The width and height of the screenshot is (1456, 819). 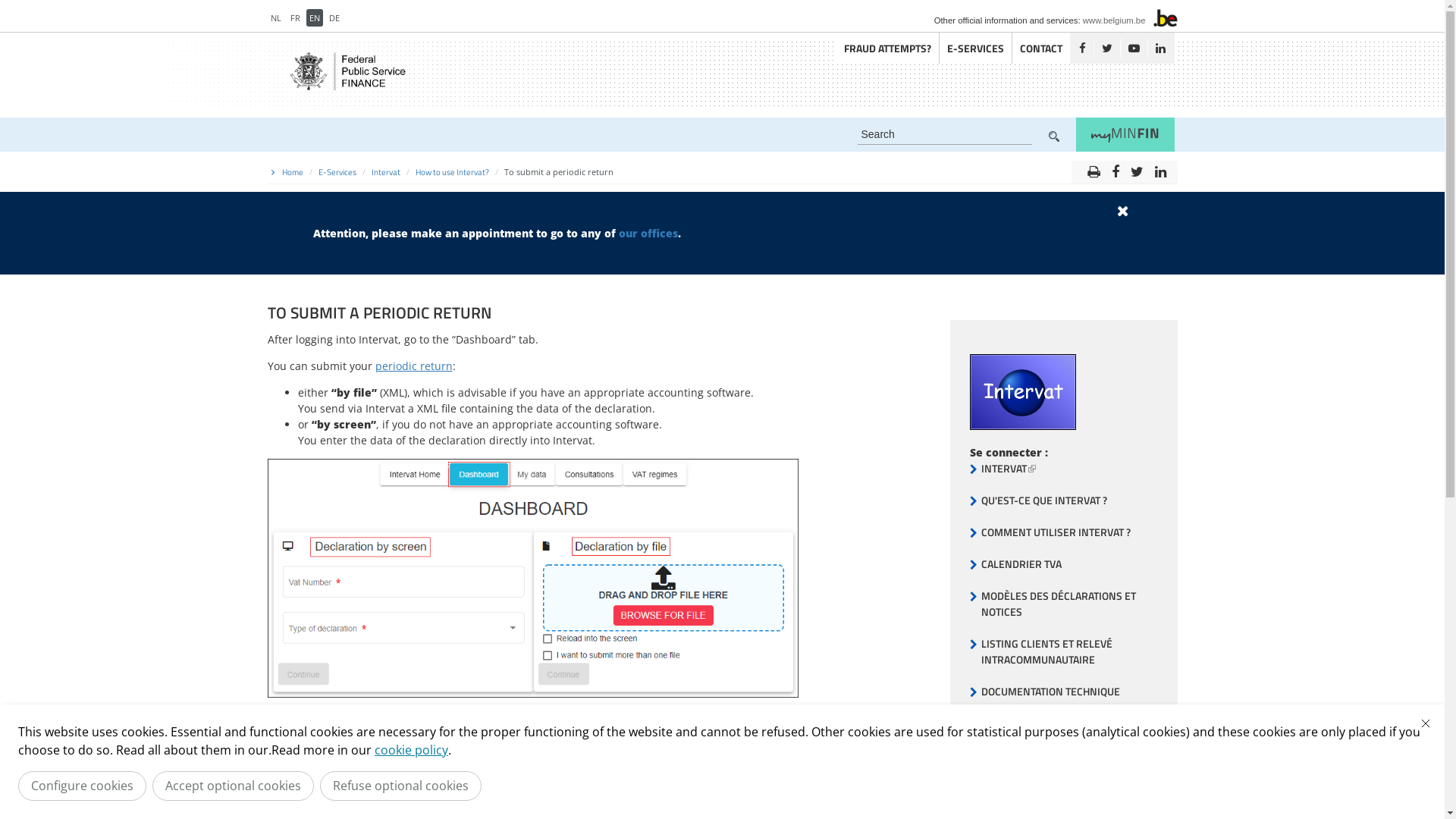 I want to click on 'INTERVAT, so click(x=1008, y=467).